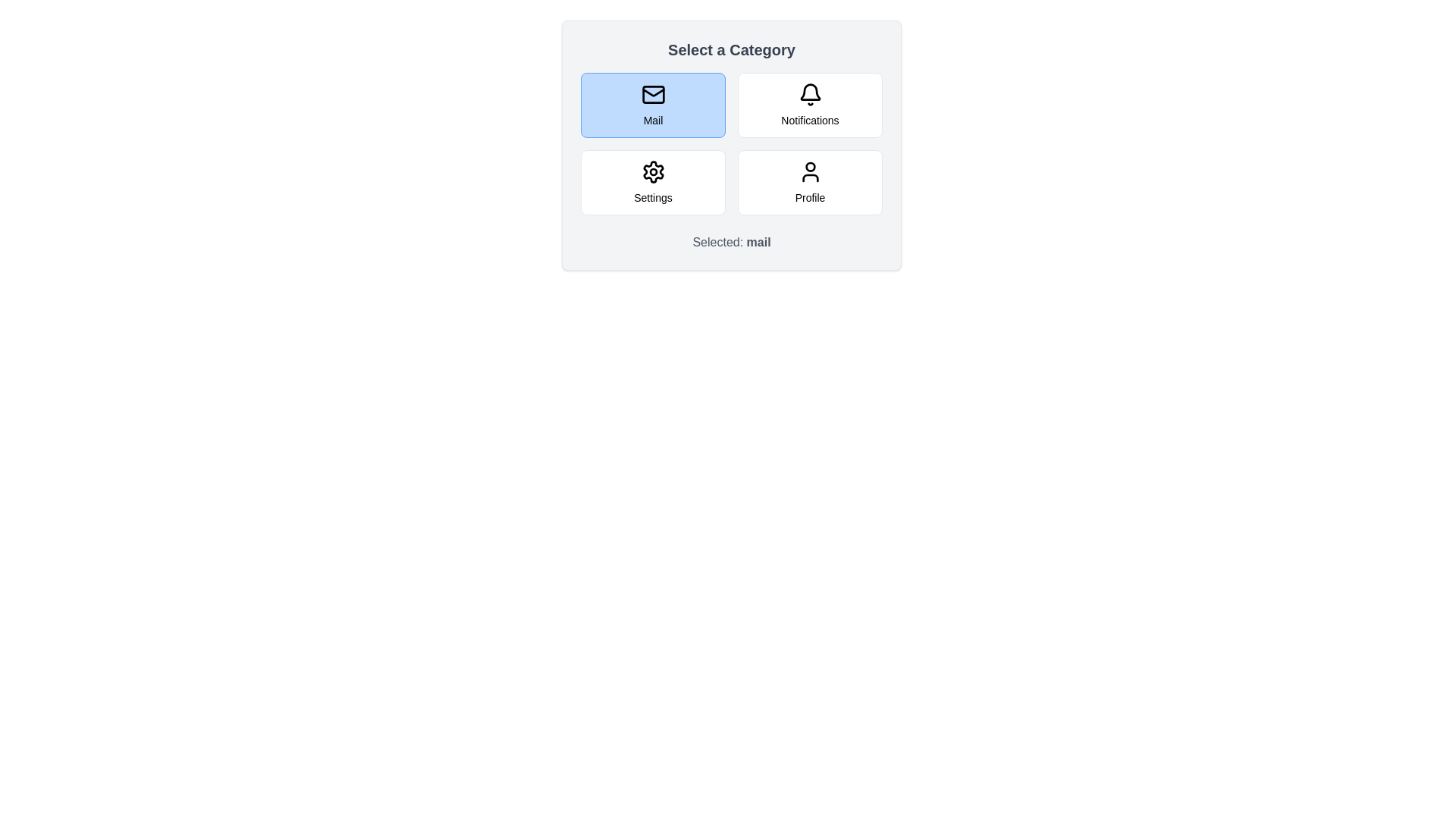  I want to click on the Mail button to select it, so click(653, 104).